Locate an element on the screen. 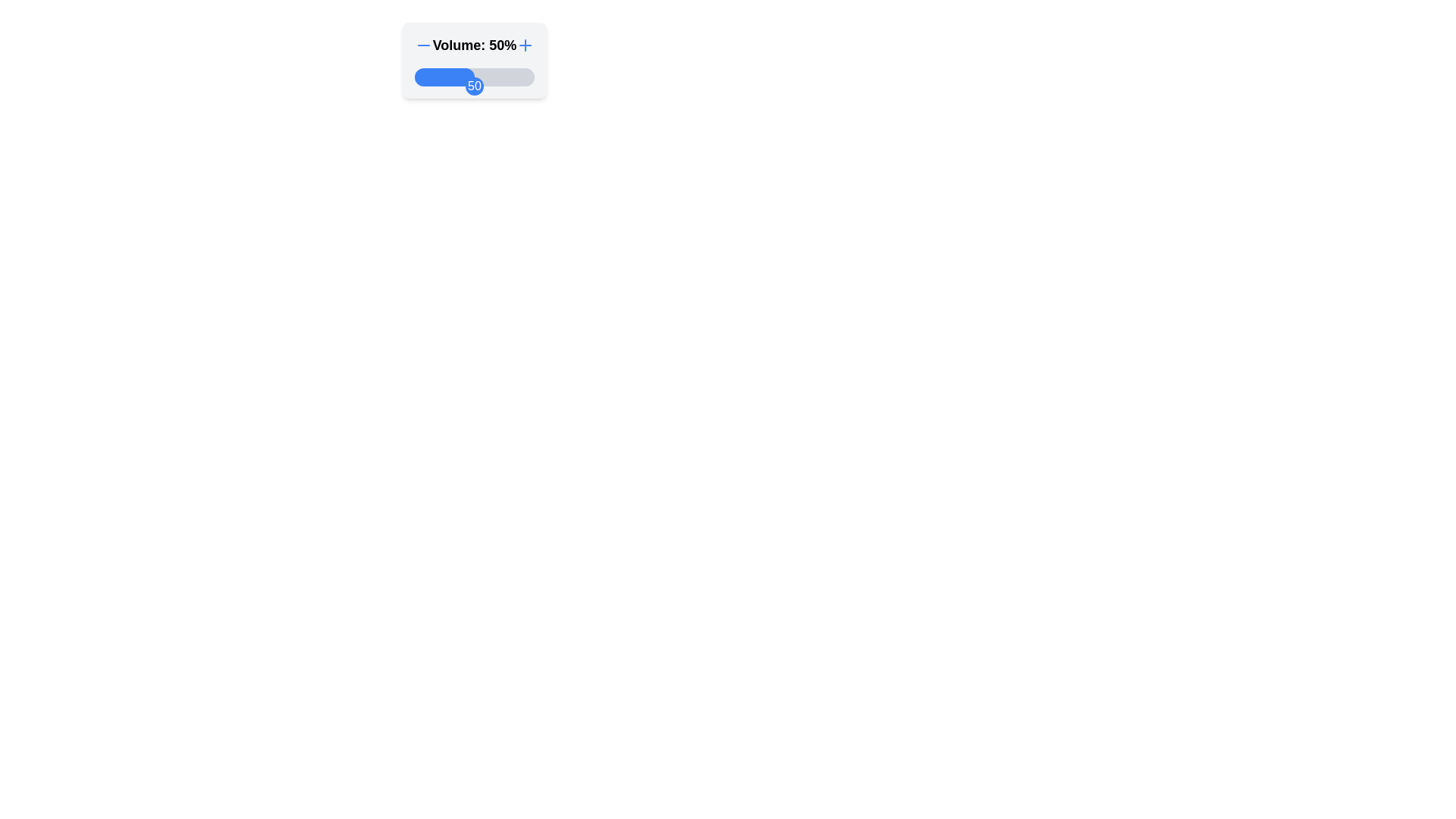 This screenshot has width=1456, height=819. the circular blue indicator displaying '50' at the end of the horizontal slider bar, located at the middle-right side of the progress bar is located at coordinates (473, 86).